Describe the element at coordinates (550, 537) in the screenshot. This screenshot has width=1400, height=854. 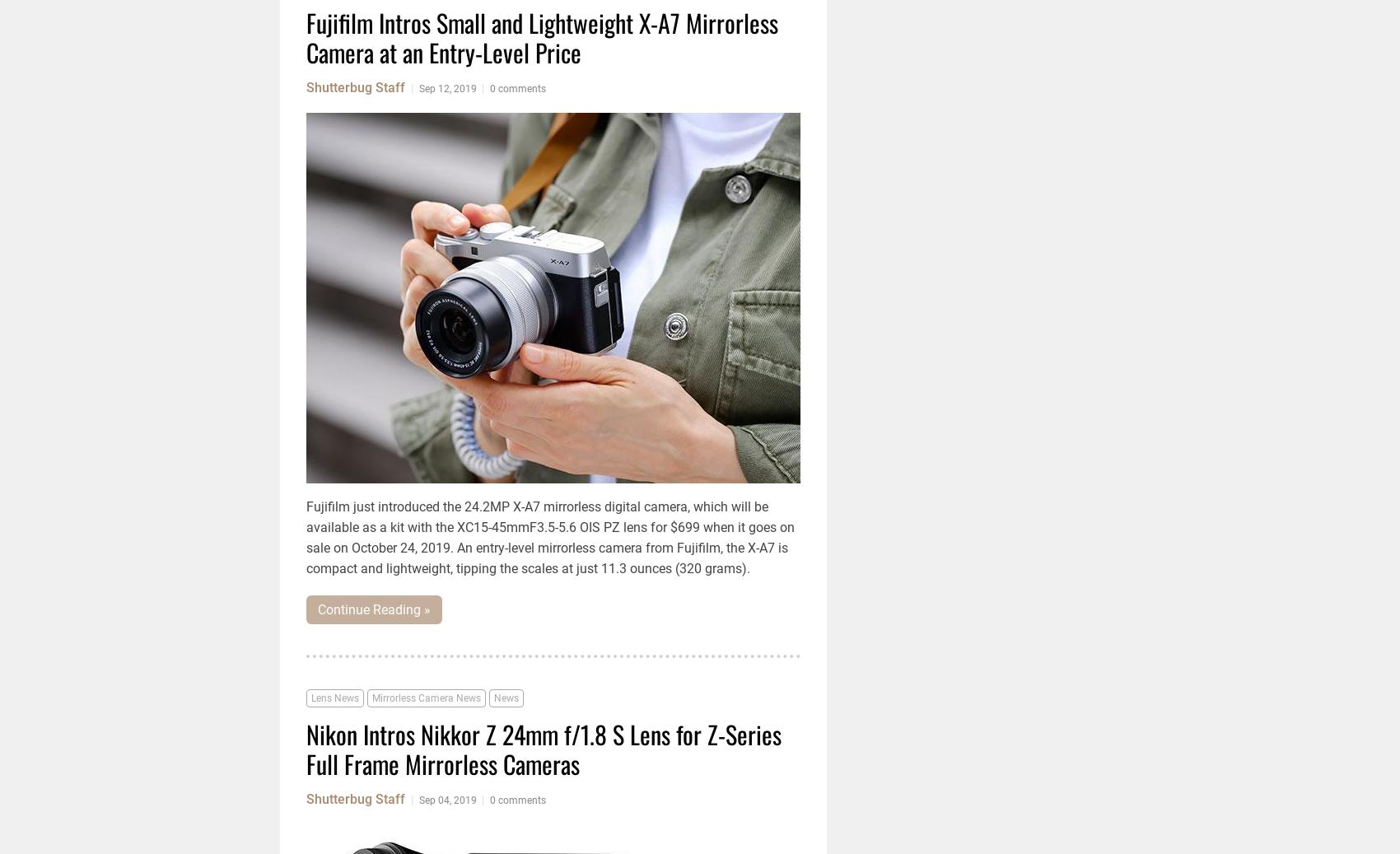
I see `'Fujifilm just introduced the 24.2MP X-A7 mirrorless digital camera, which will be available as a kit with the XC15-45mmF3.5-5.6 OIS PZ lens for $699 when it goes on sale on October 24, 2019. An entry-level mirrorless camera from Fujifilm, the X-A7 is compact and lightweight, tipping the scales at just 11.3 ounces (320 grams).'` at that location.